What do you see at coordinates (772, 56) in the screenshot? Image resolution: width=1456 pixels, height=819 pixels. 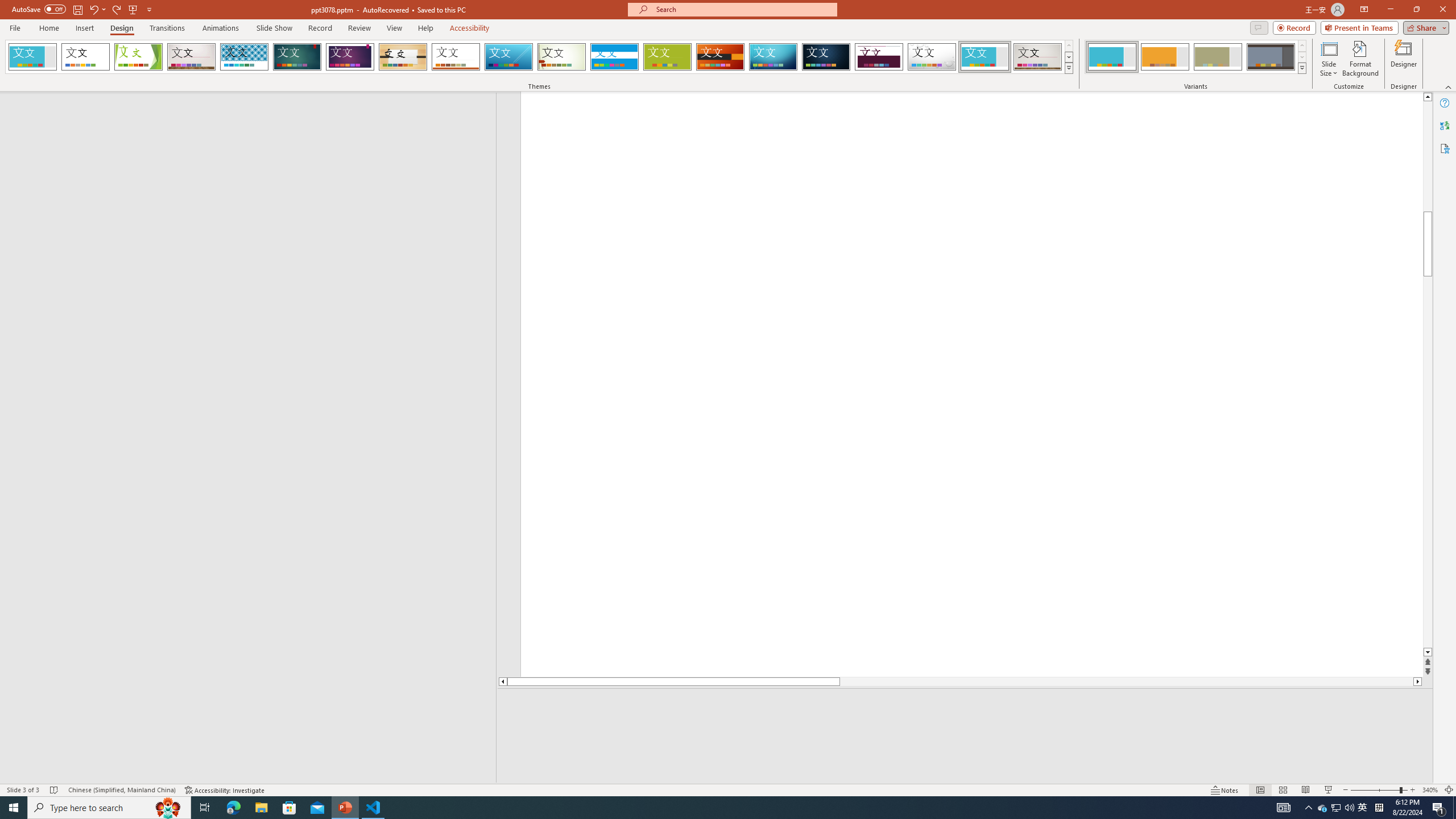 I see `'Circuit'` at bounding box center [772, 56].